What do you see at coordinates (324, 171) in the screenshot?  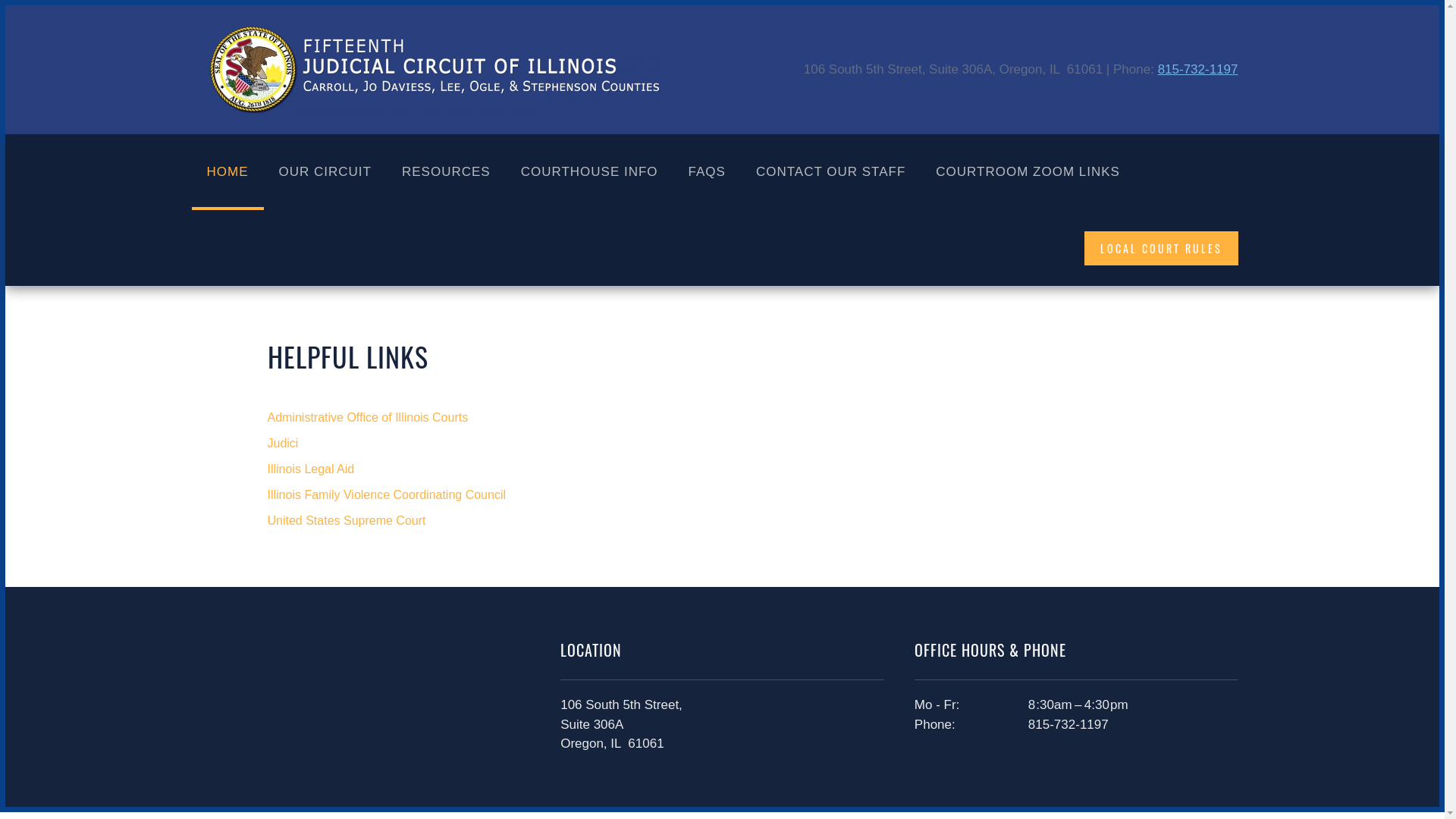 I see `'OUR CIRCUIT'` at bounding box center [324, 171].